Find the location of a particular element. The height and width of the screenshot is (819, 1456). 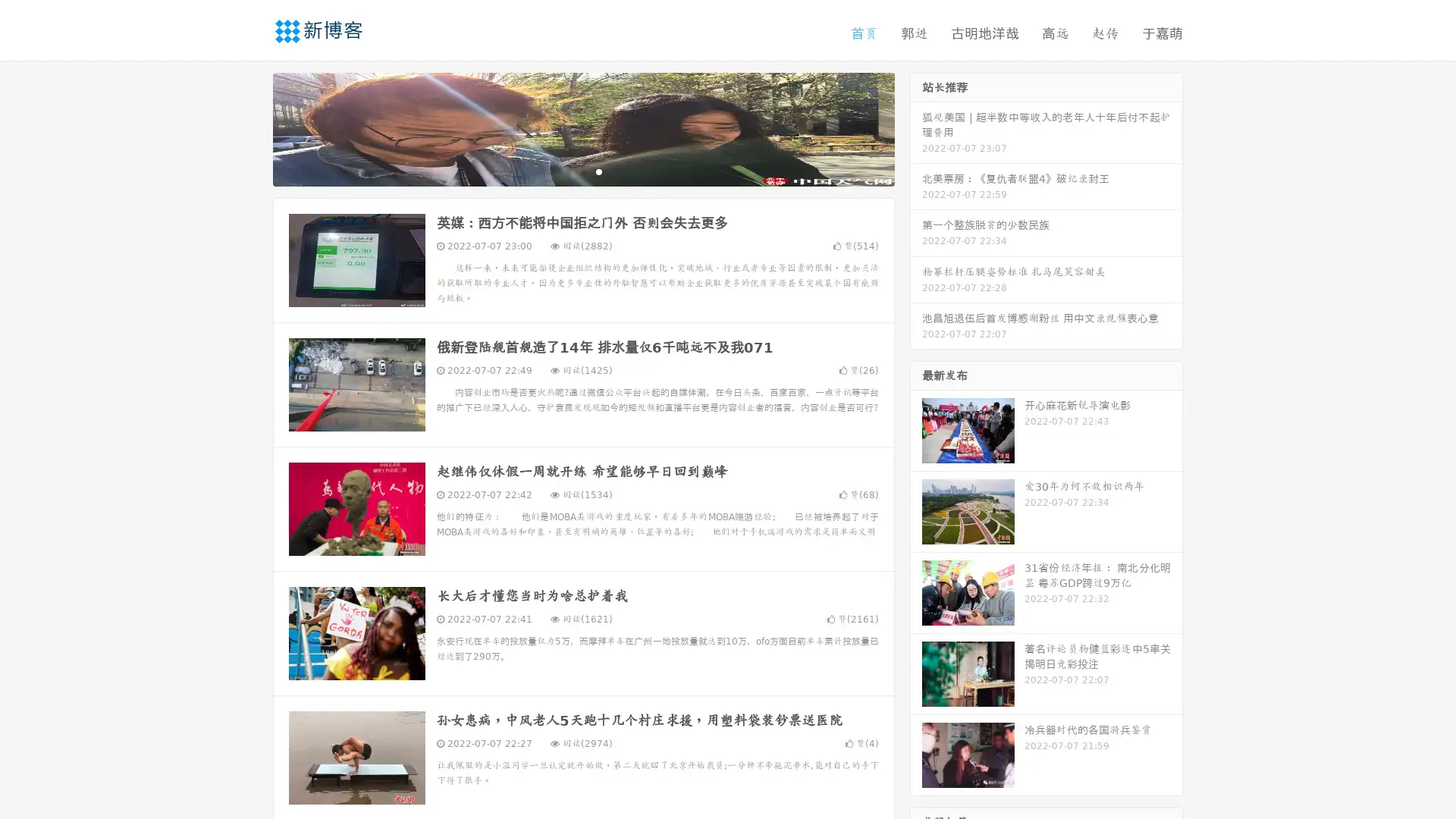

Go to slide 1 is located at coordinates (567, 171).